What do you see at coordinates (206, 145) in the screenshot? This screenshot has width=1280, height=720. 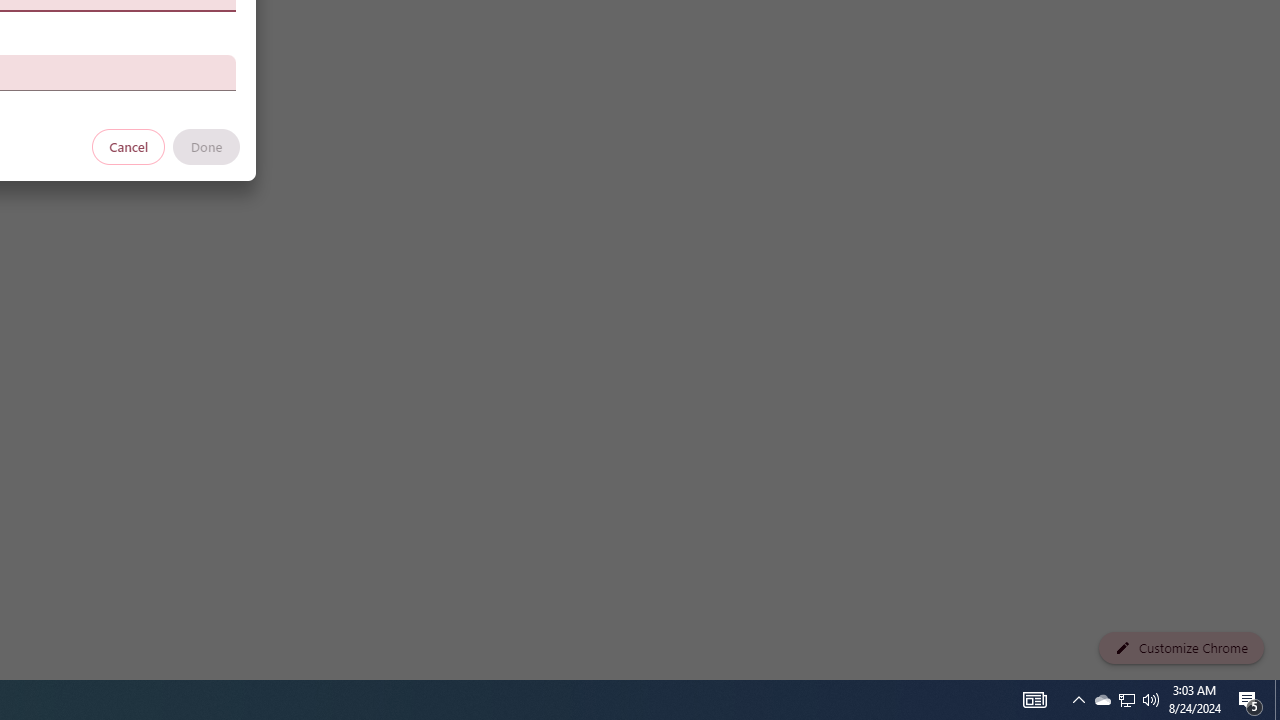 I see `'Done'` at bounding box center [206, 145].